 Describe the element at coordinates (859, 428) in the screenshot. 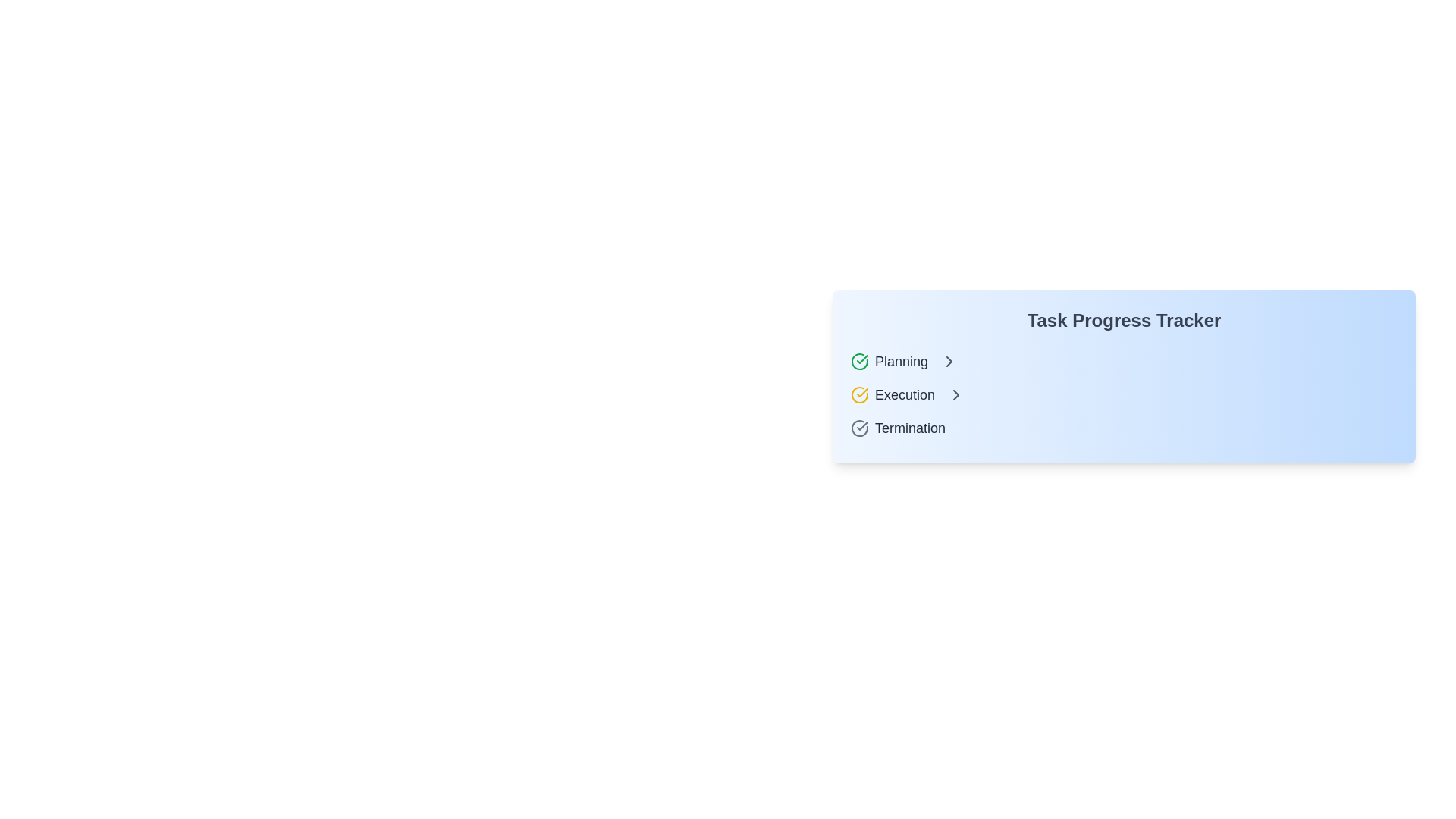

I see `the decorative icon indicating a specific status related to the 'Termination' label, located to the left of the label and positioned near the bottom of a list component` at that location.